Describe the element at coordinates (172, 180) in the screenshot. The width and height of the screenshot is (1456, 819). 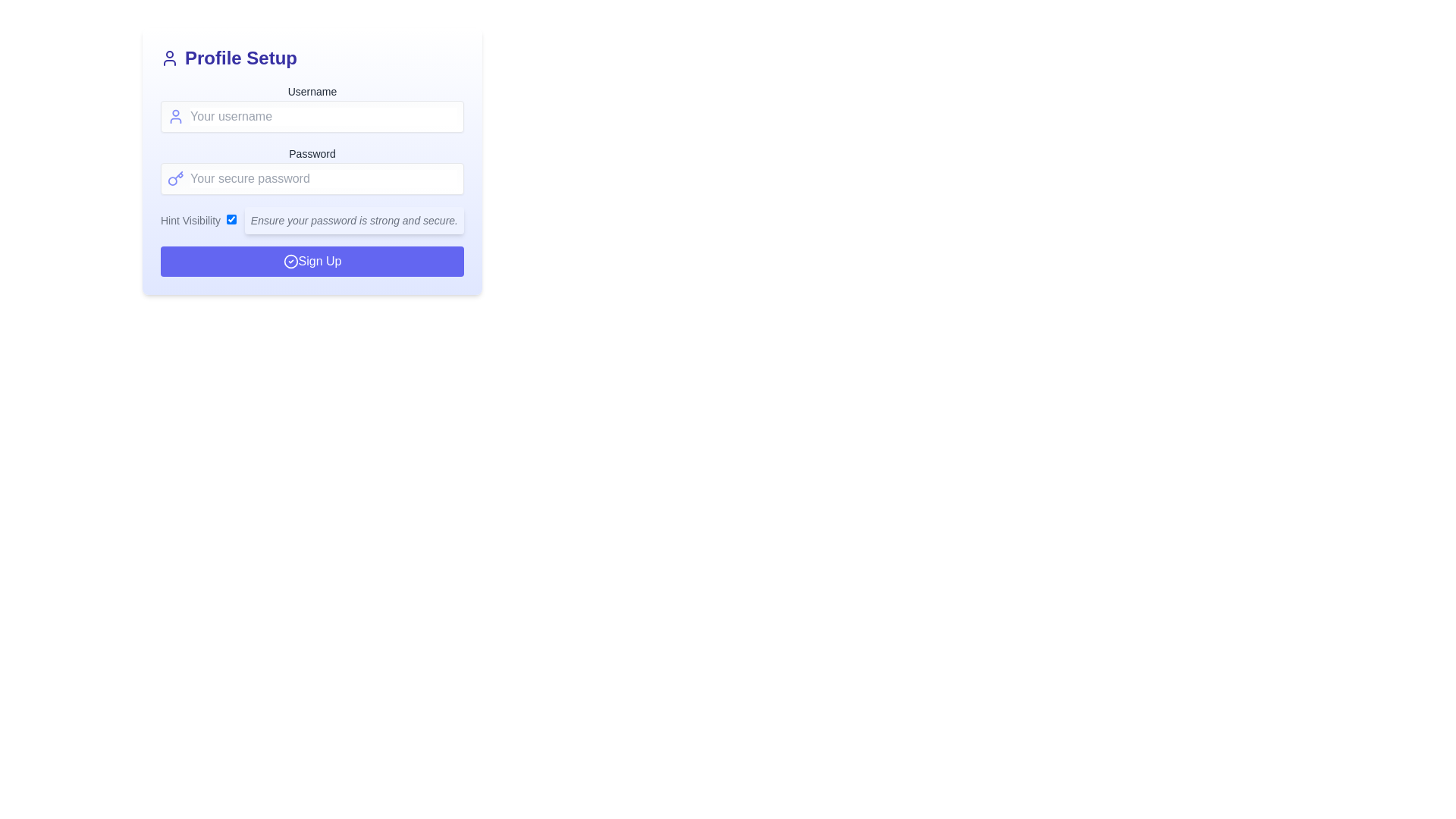
I see `the decorative icon representing a key or locked state, which is part of an SVG graphic located to the left of the password input field` at that location.